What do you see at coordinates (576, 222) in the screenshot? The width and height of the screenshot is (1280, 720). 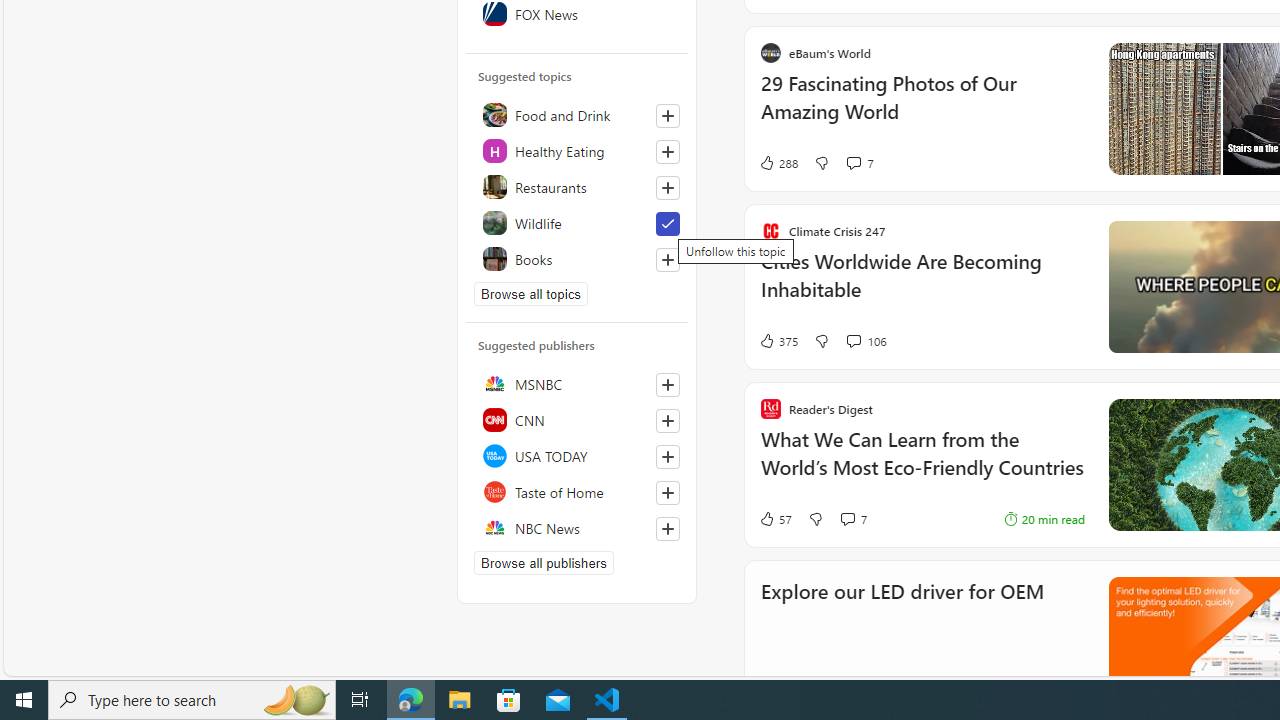 I see `'Wildlife'` at bounding box center [576, 222].